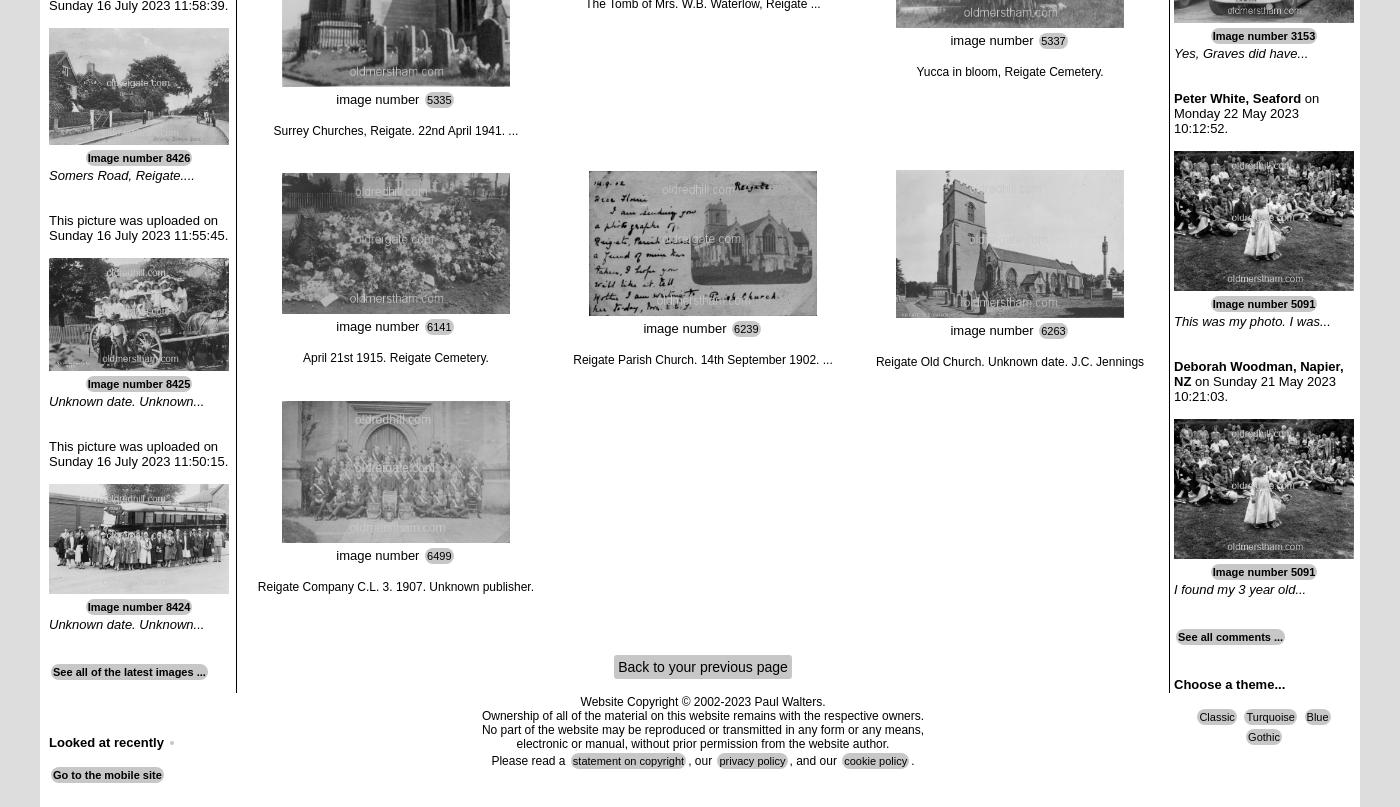  What do you see at coordinates (439, 98) in the screenshot?
I see `'5335'` at bounding box center [439, 98].